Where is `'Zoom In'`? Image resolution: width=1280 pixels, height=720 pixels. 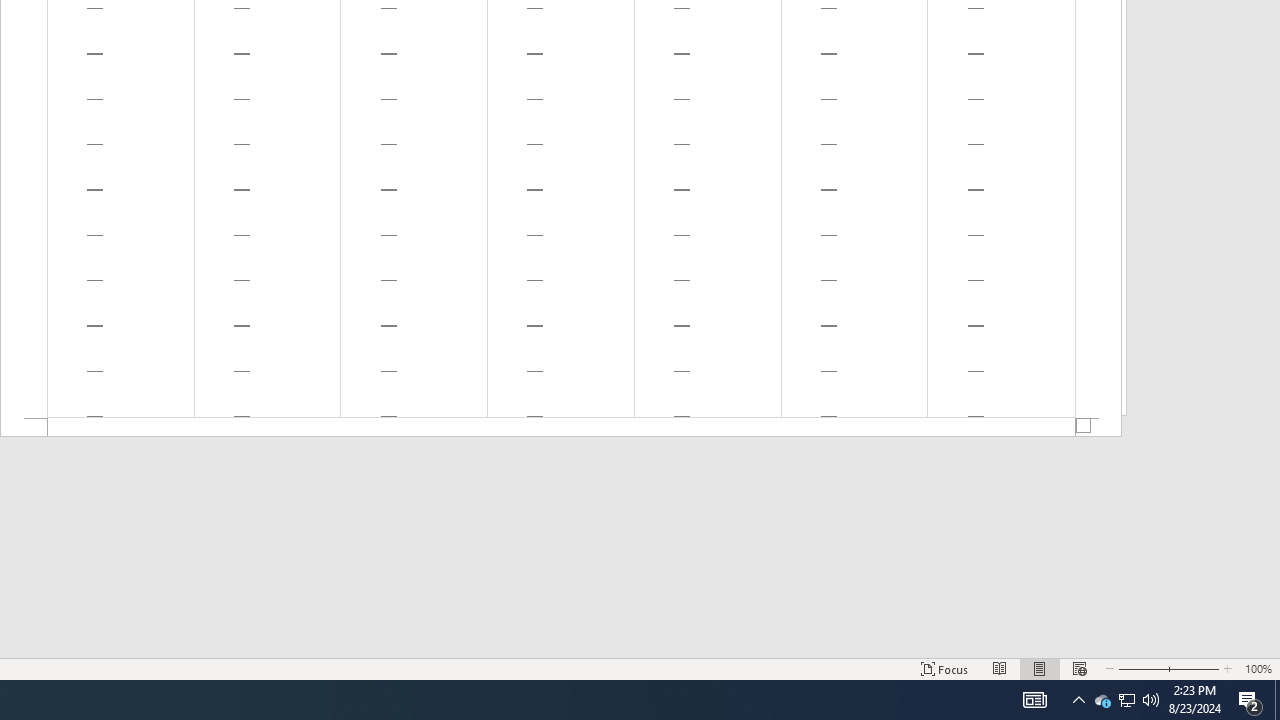
'Zoom In' is located at coordinates (1195, 669).